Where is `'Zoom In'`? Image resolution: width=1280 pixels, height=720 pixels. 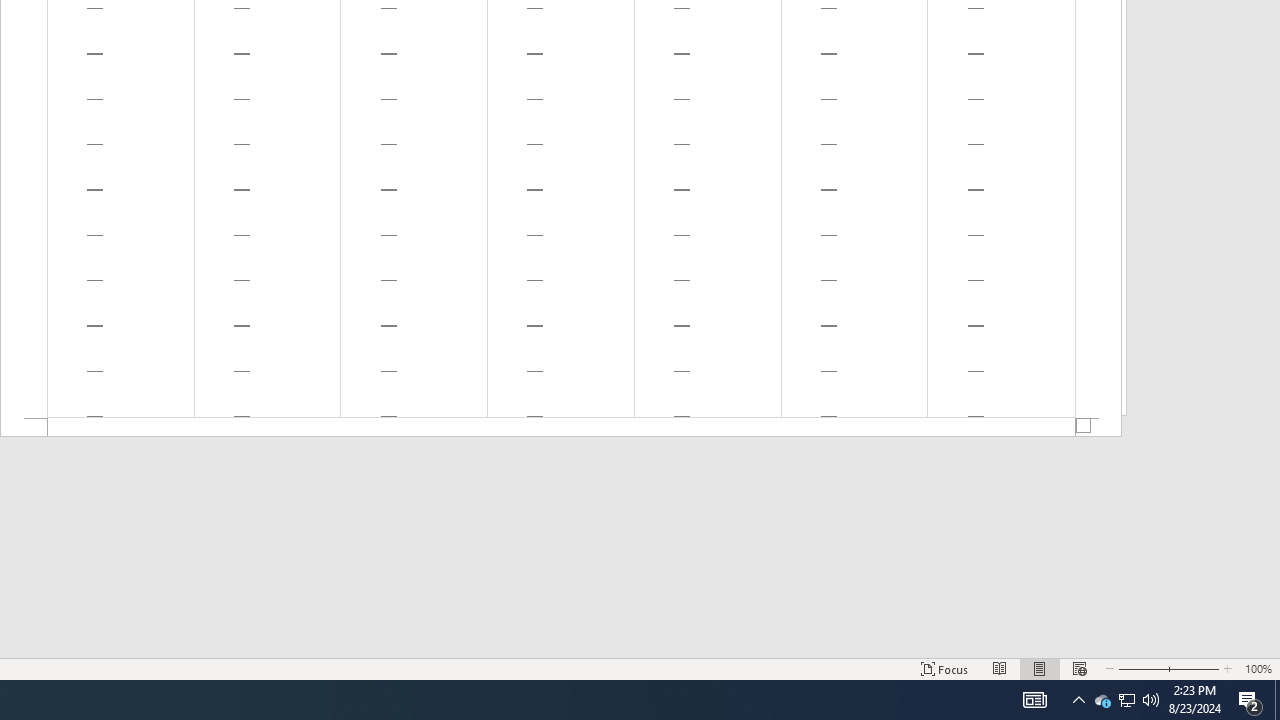
'Zoom In' is located at coordinates (1195, 669).